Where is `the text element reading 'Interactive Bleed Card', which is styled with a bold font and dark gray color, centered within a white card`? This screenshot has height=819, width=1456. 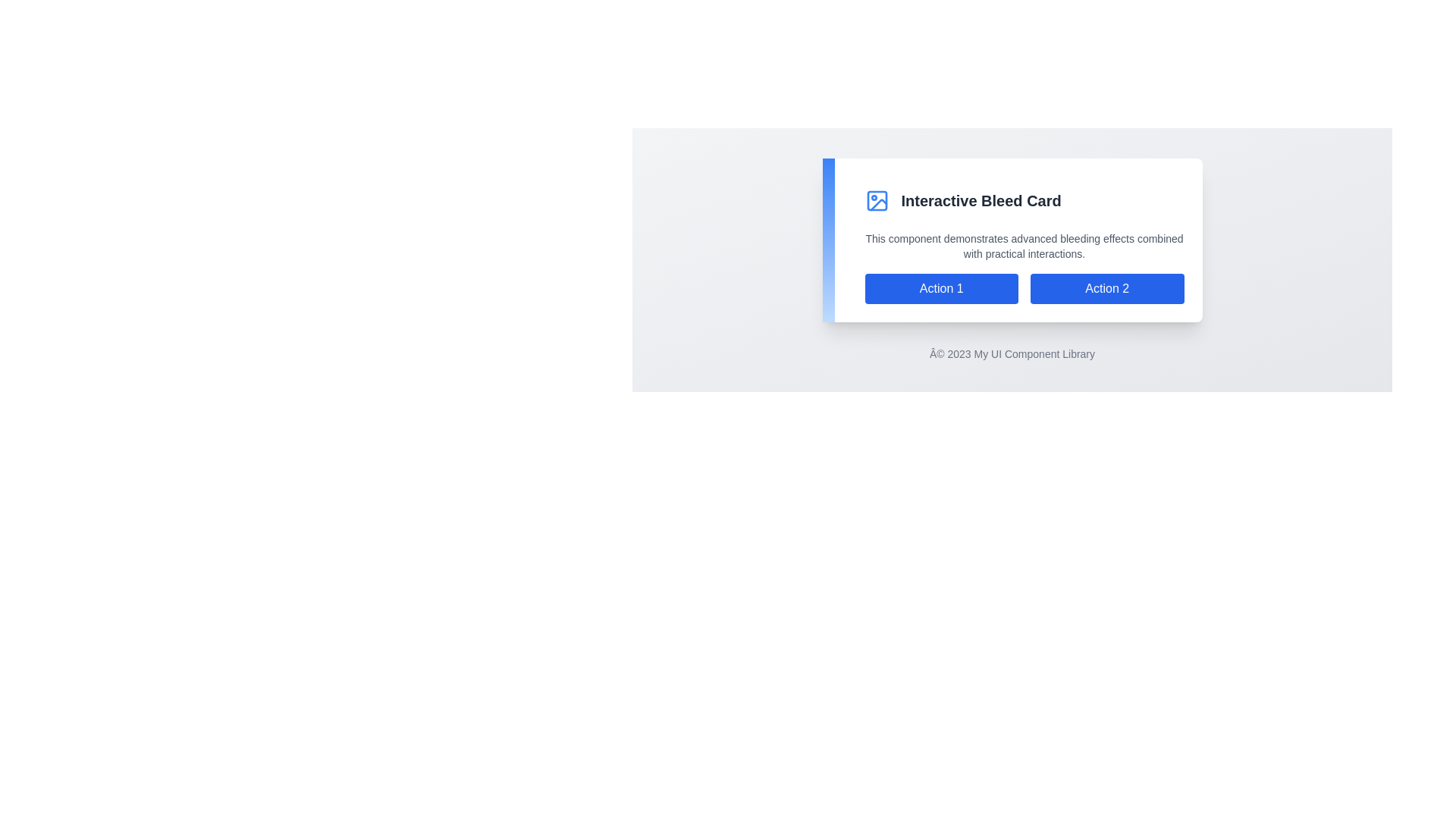
the text element reading 'Interactive Bleed Card', which is styled with a bold font and dark gray color, centered within a white card is located at coordinates (981, 200).